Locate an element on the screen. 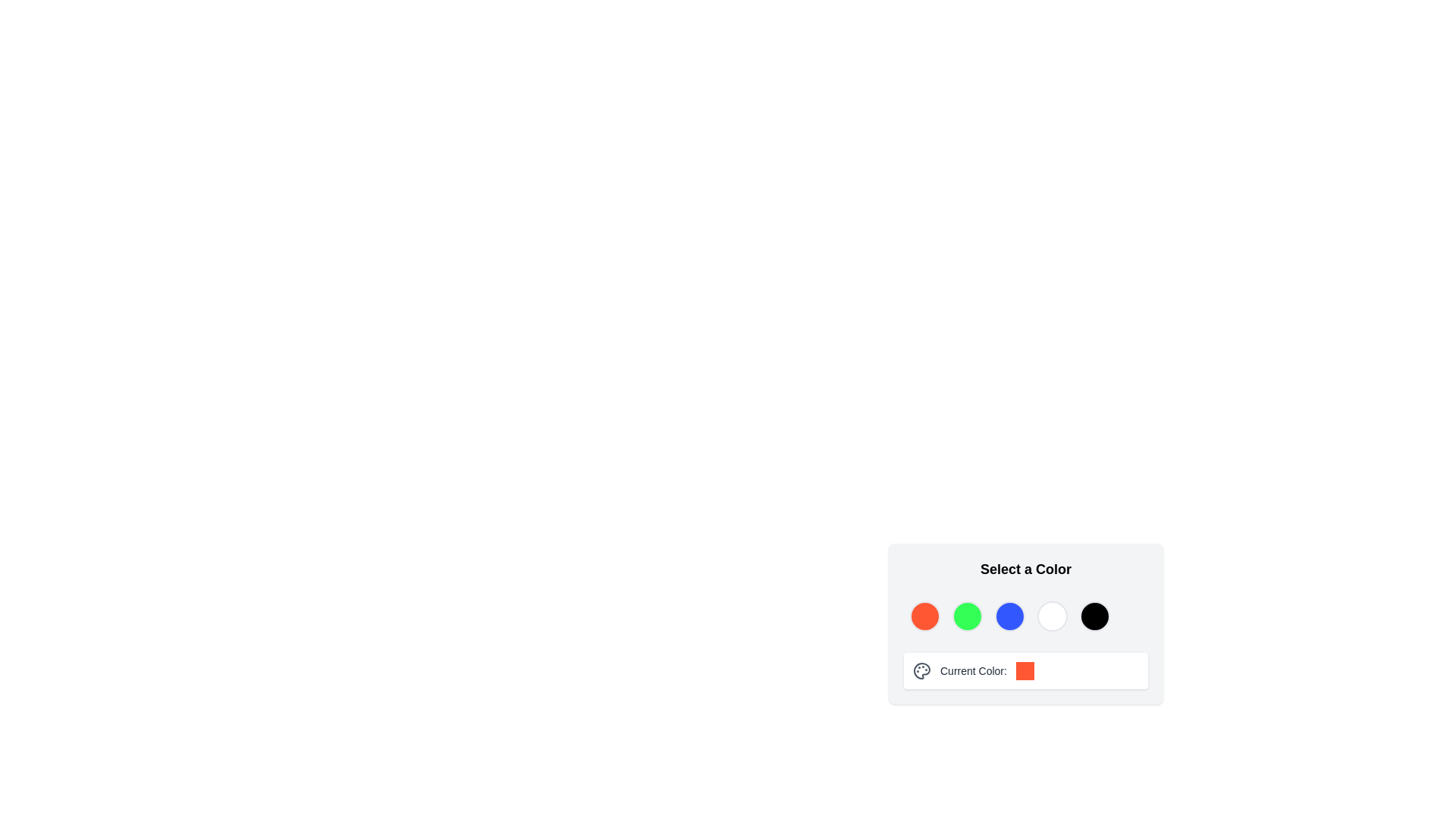 This screenshot has width=1456, height=819. the vibrant orange circular button in the selection palette is located at coordinates (924, 617).